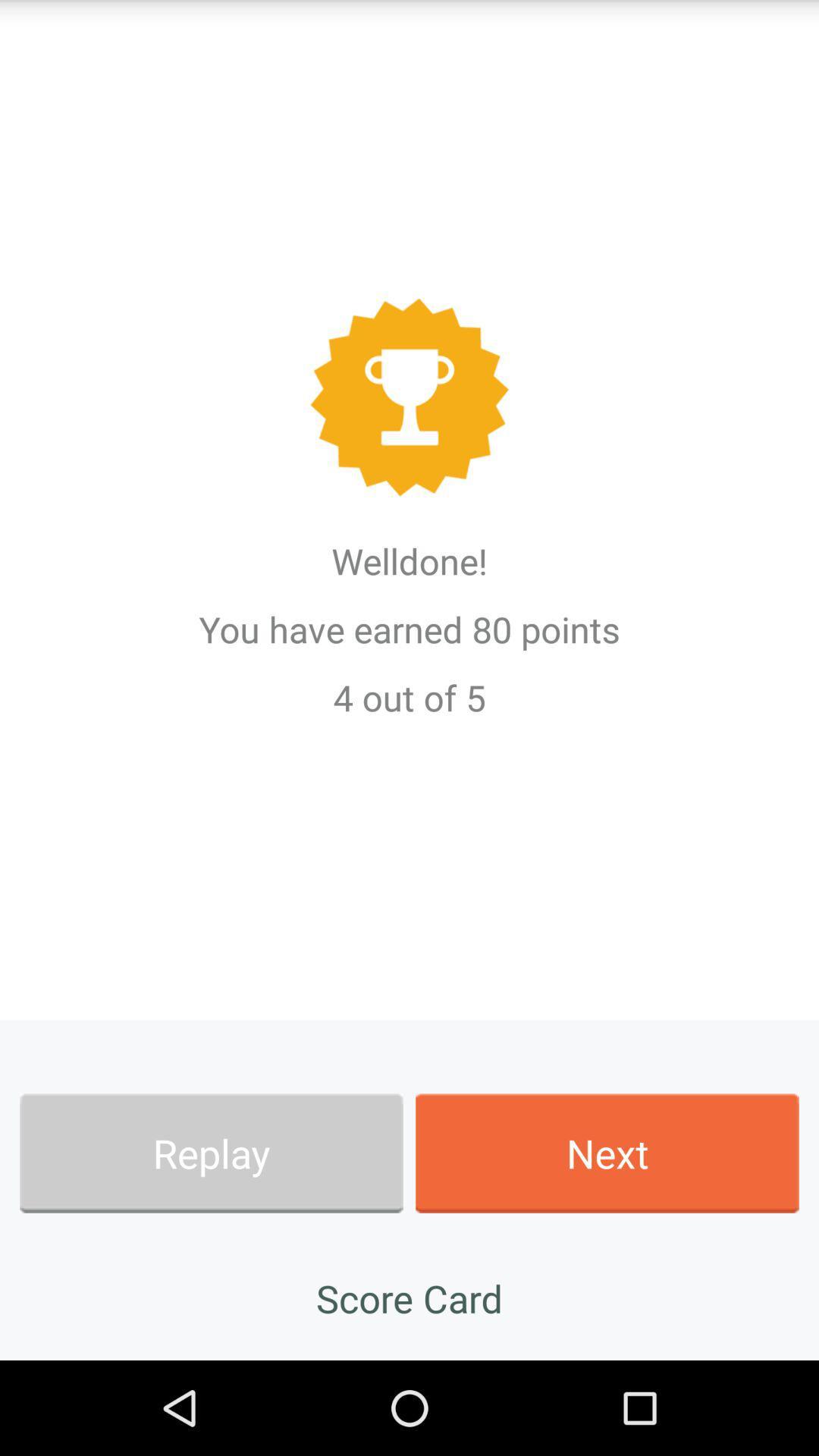  What do you see at coordinates (607, 1153) in the screenshot?
I see `the item to the right of replay item` at bounding box center [607, 1153].